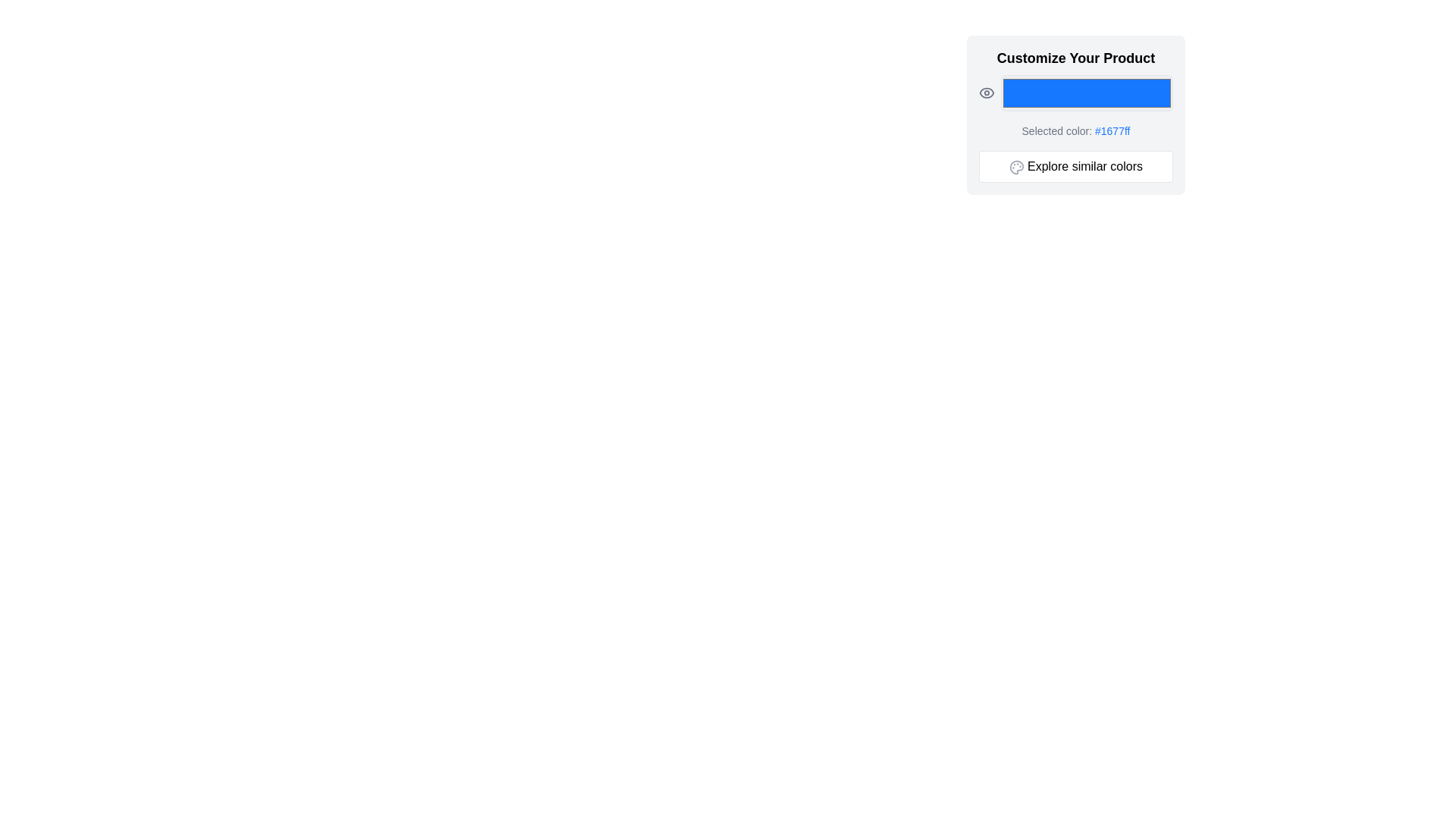 The width and height of the screenshot is (1456, 819). I want to click on the palette icon located inside the 'Explore similar colors' button, which is within the 'Customize Your Product' box, positioned to the left of the button text, so click(1016, 167).